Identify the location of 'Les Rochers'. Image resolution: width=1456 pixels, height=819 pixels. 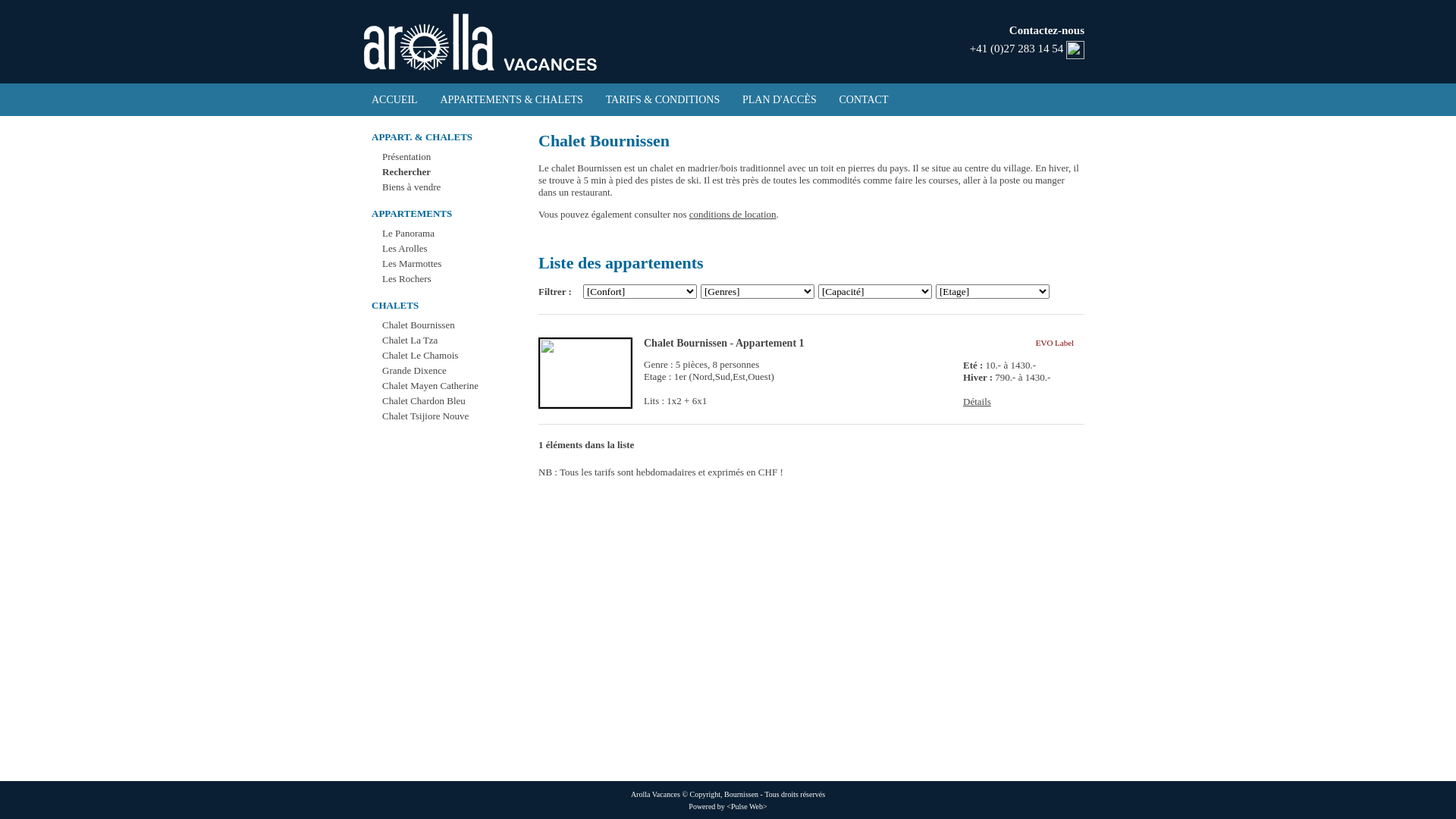
(406, 278).